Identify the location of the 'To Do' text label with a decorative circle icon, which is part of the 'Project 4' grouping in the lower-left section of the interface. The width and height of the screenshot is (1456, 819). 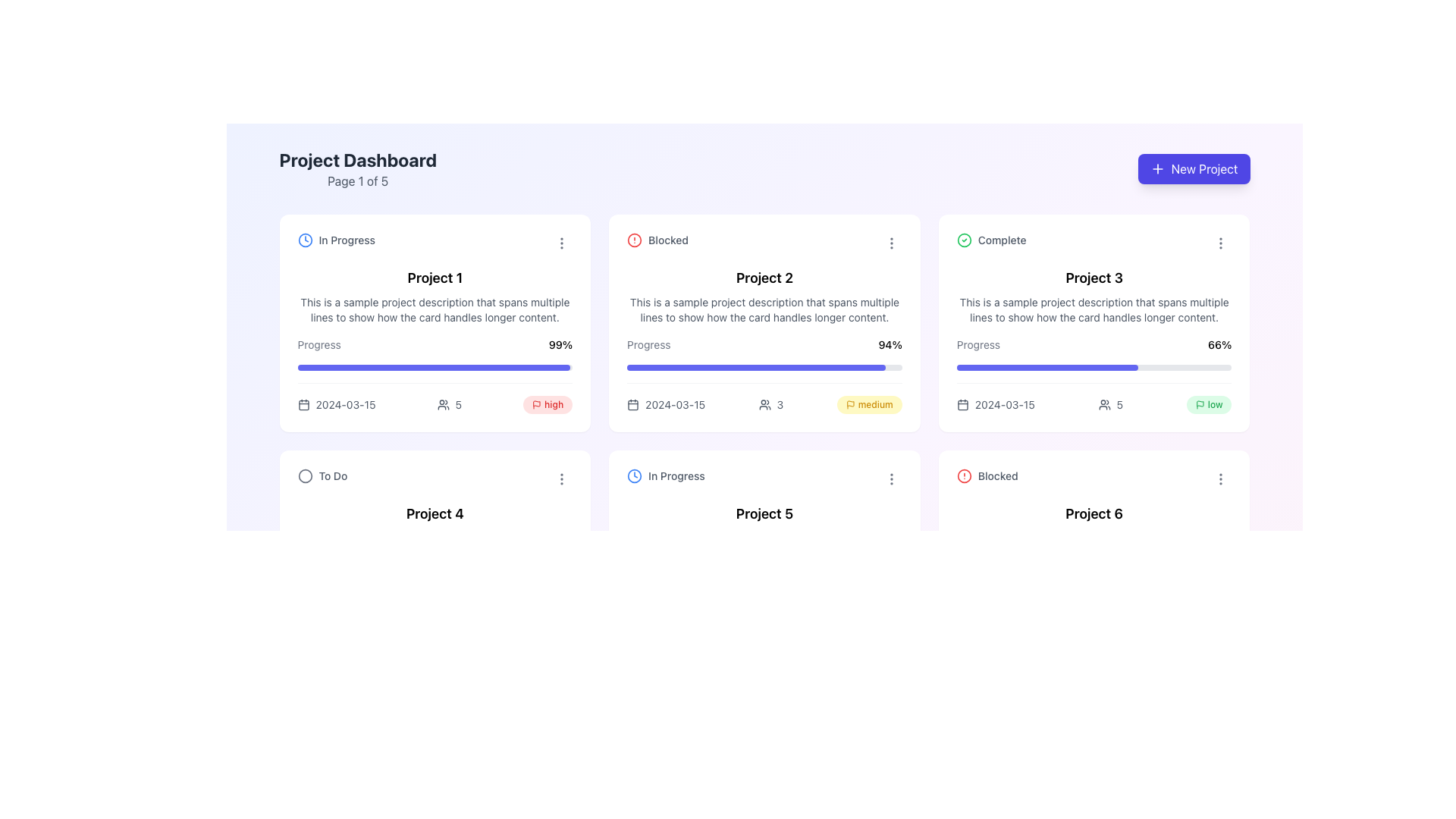
(322, 475).